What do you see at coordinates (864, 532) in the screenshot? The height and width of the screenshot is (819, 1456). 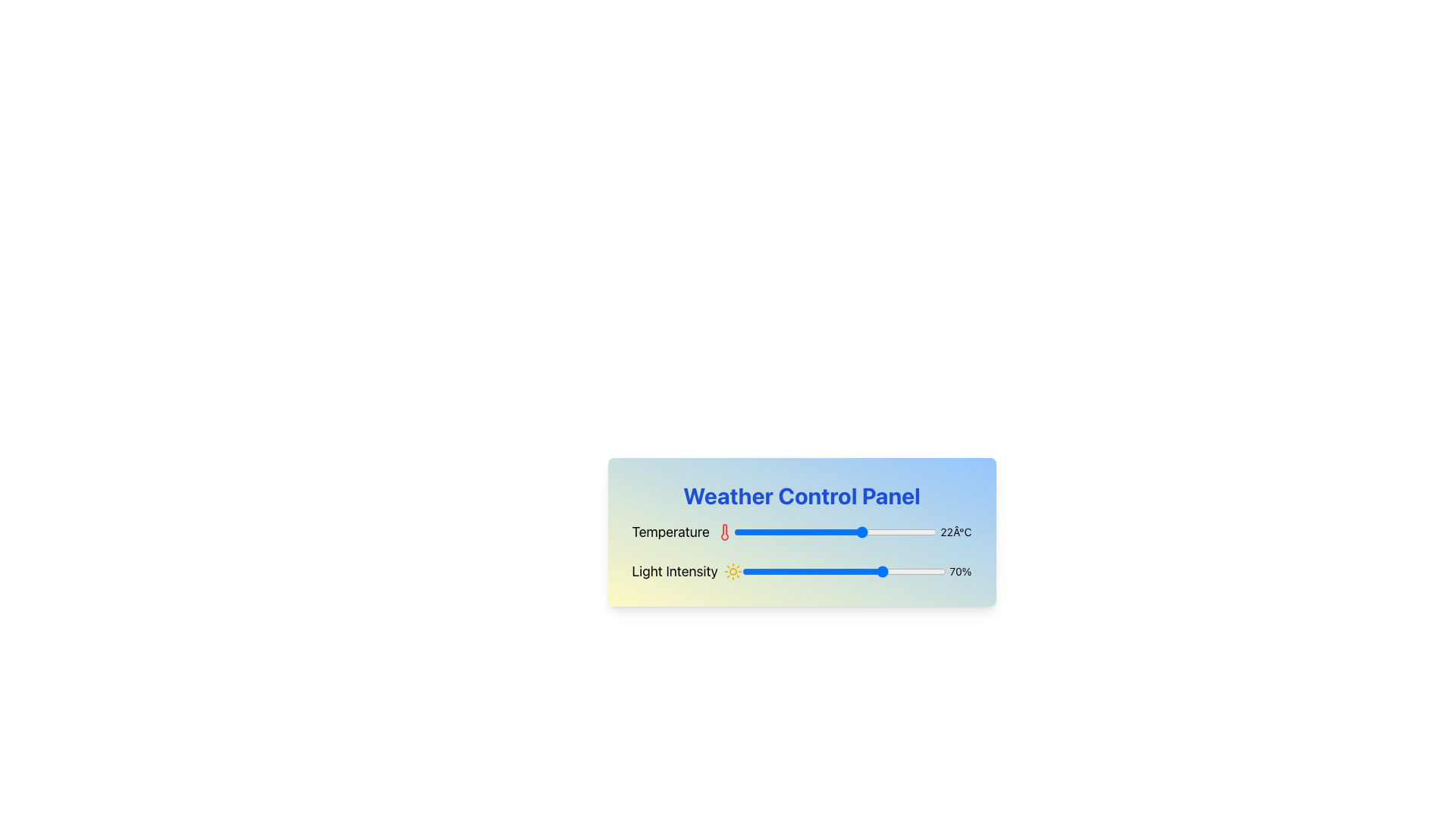 I see `the temperature slider` at bounding box center [864, 532].